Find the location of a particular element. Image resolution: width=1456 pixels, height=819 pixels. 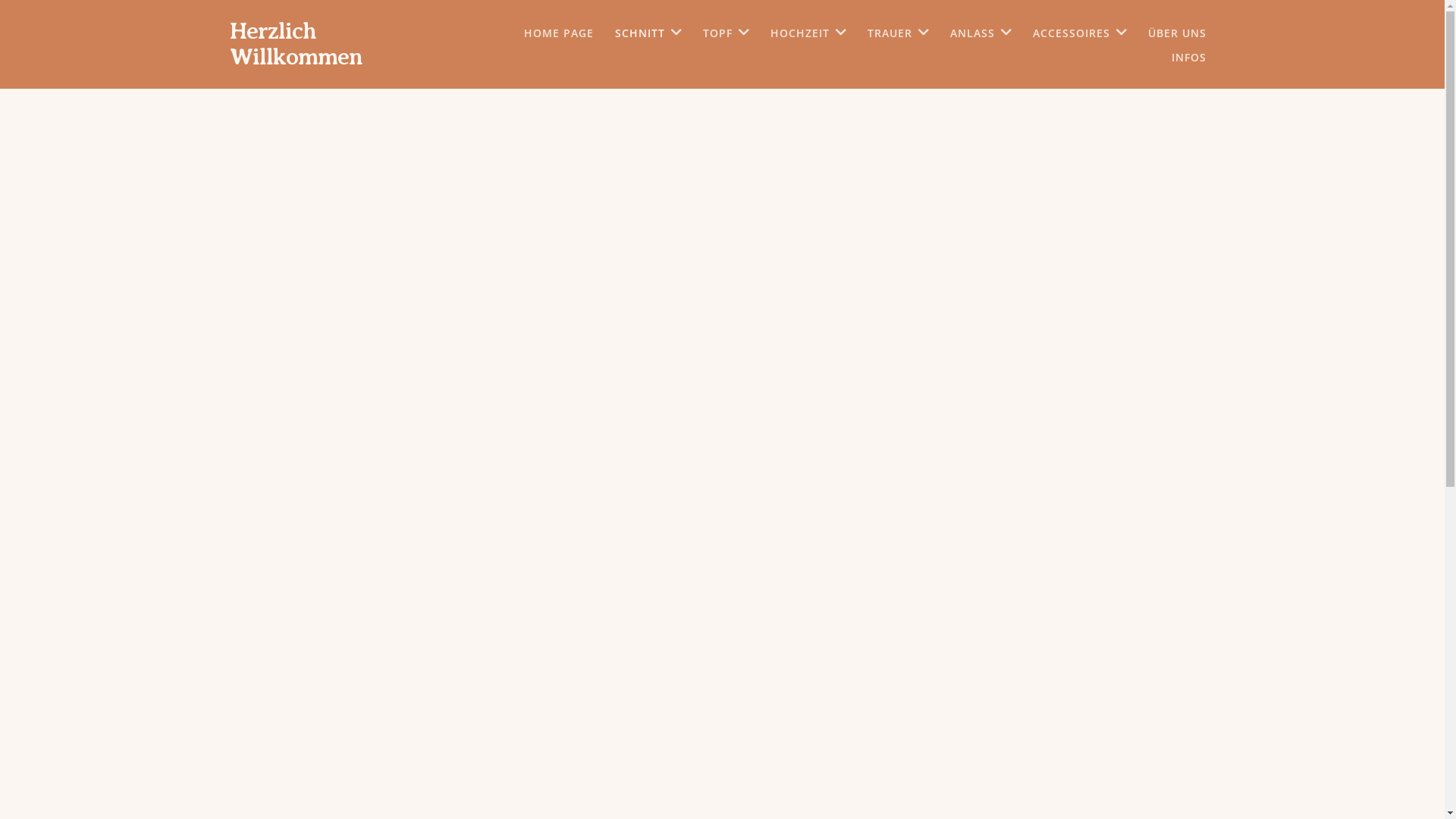

'INFOS' is located at coordinates (1187, 57).